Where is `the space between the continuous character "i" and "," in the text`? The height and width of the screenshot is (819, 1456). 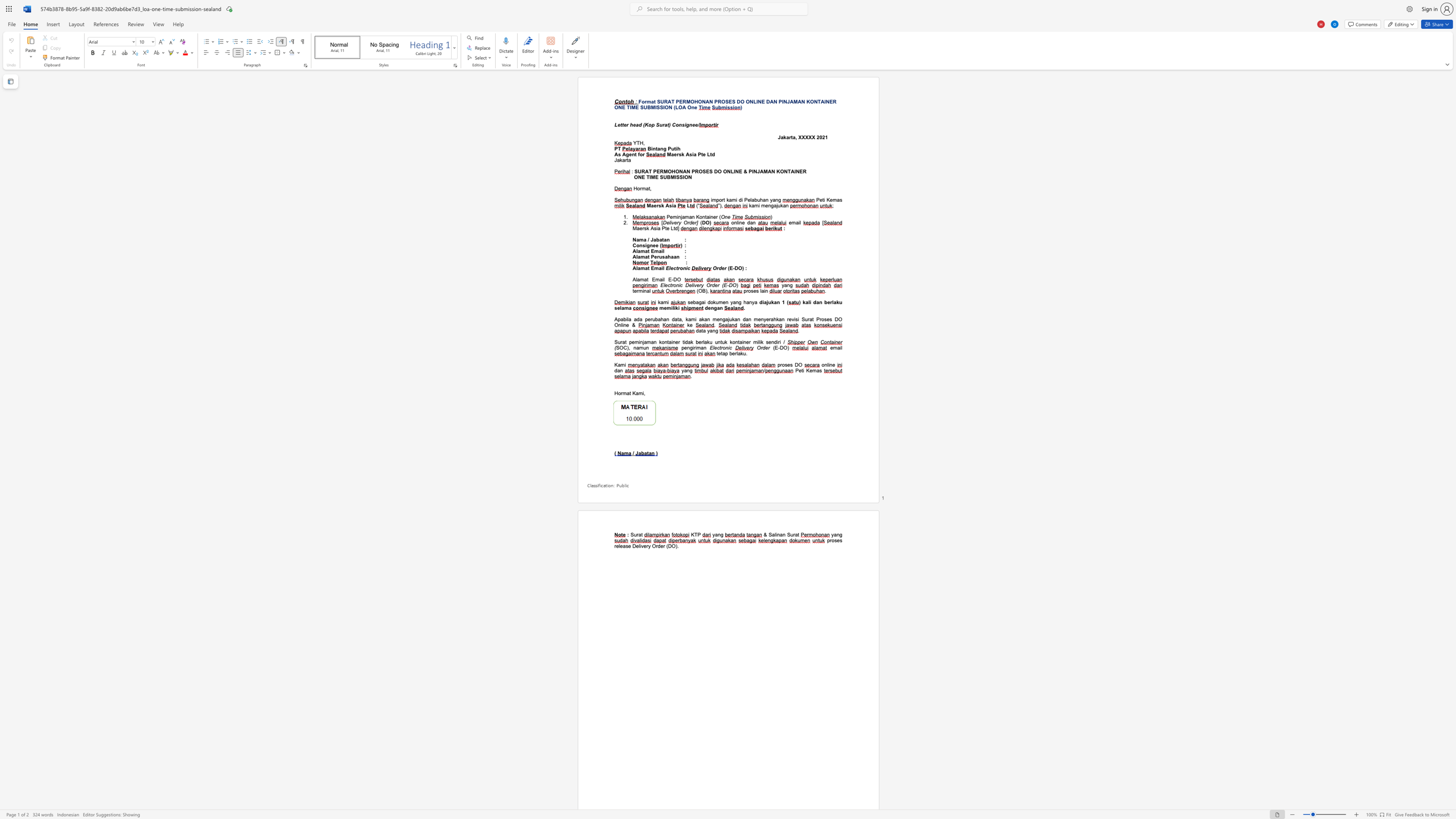
the space between the continuous character "i" and "," in the text is located at coordinates (643, 392).